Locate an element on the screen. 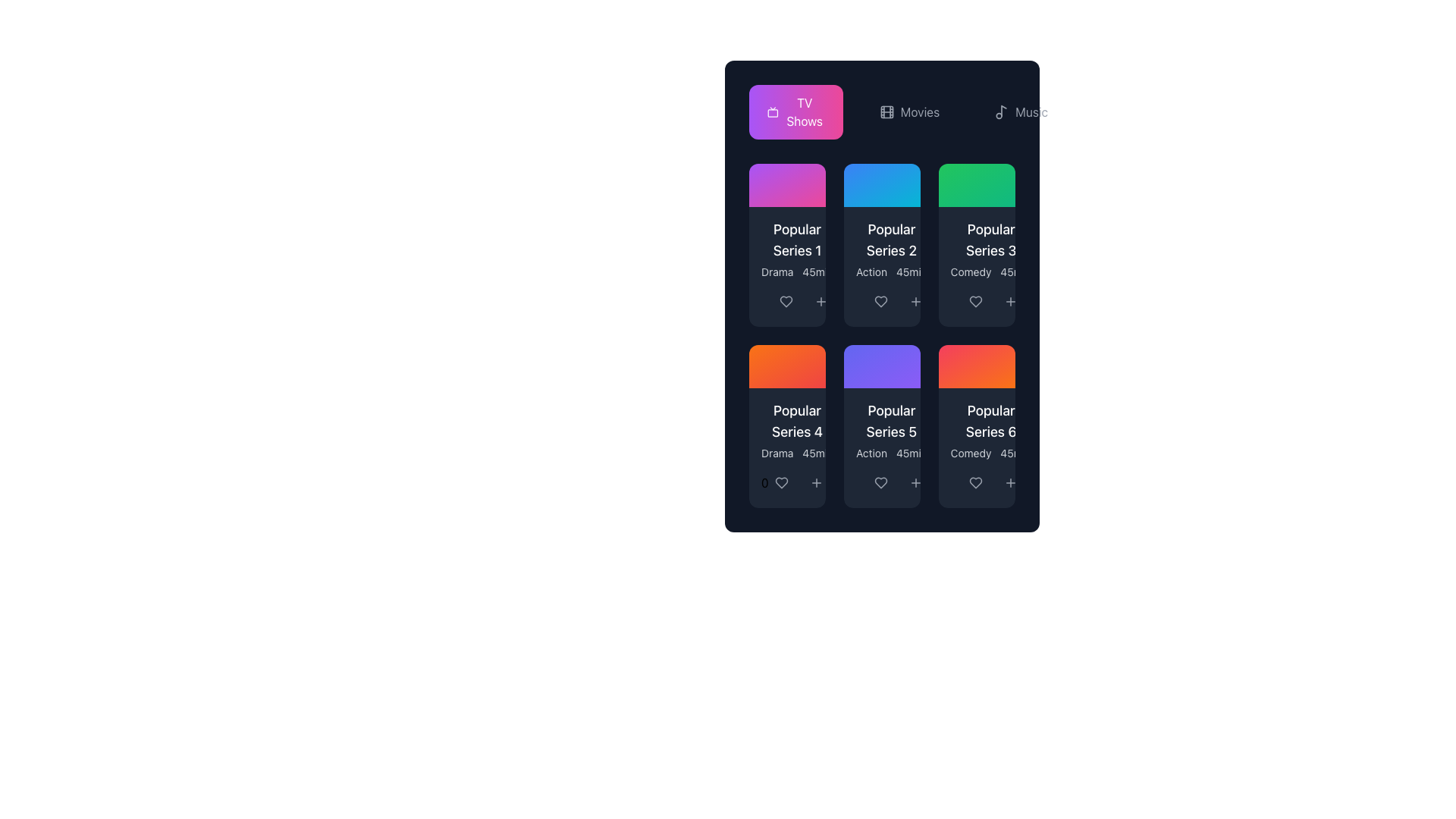 This screenshot has height=819, width=1456. the small plus icon button located below the card titled 'Popular Series 1', the second button in a horizontal group of three buttons, to change its color to white is located at coordinates (821, 301).